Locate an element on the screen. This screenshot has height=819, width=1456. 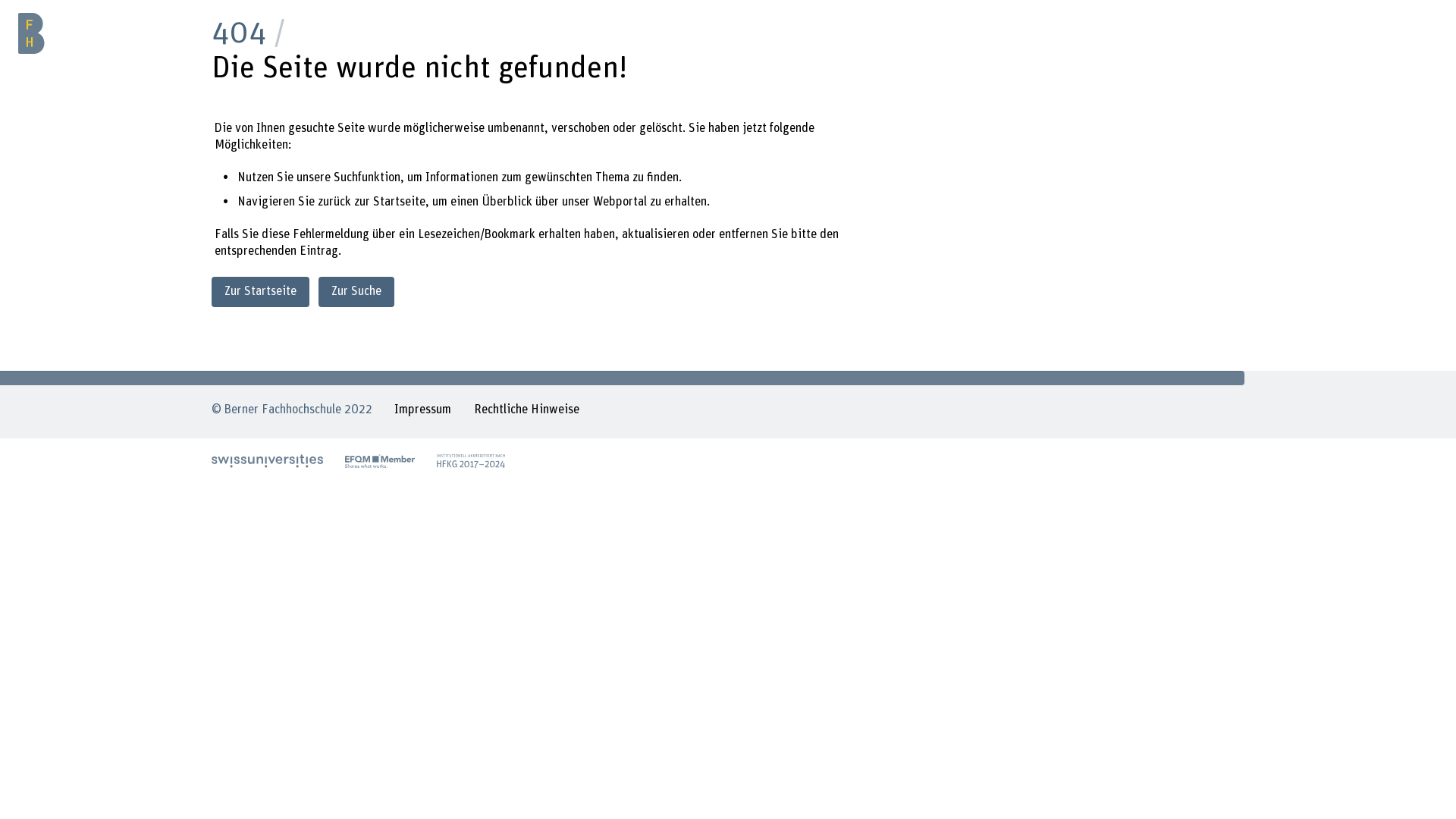
'Suchfunktion' is located at coordinates (367, 177).